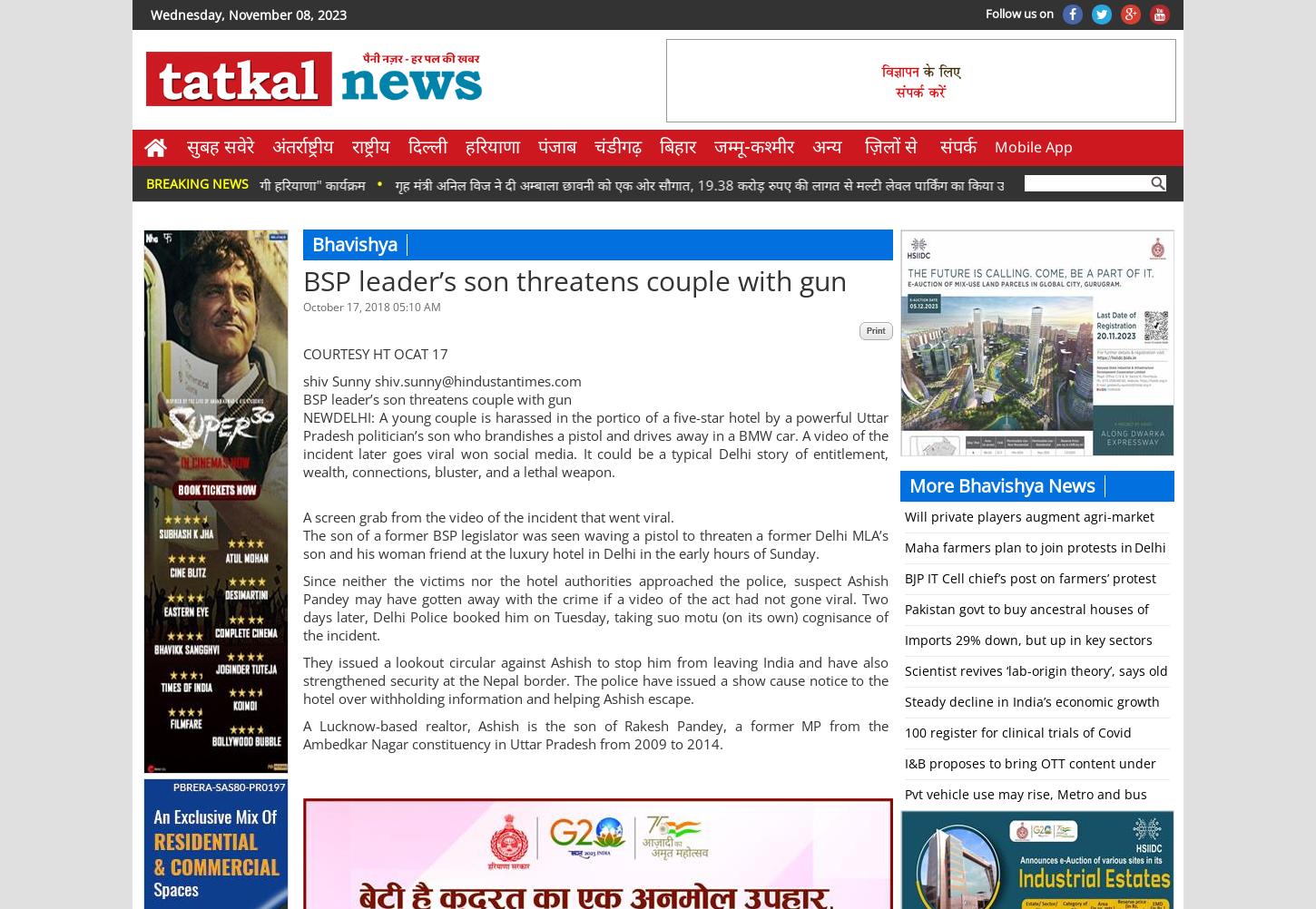  What do you see at coordinates (594, 679) in the screenshot?
I see `'They issued a lookout circular against Ashish to stop him from leaving India and have also strengthened security at the Nepal border. The police have issued a show cause notice to the hotel over withholding information and helping Ashish escape.'` at bounding box center [594, 679].